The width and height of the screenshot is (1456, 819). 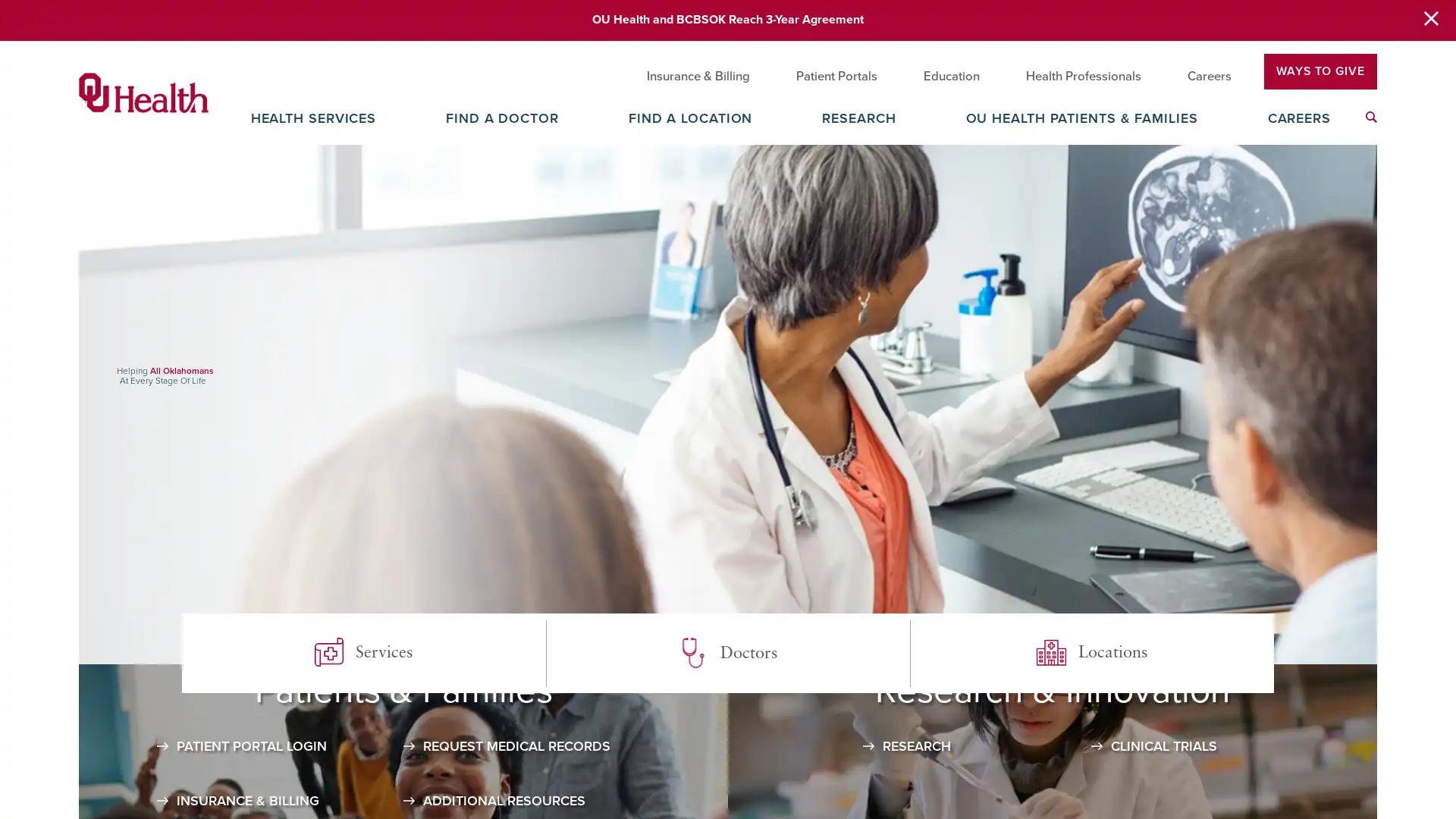 What do you see at coordinates (1430, 742) in the screenshot?
I see `Explore your accessibility options` at bounding box center [1430, 742].